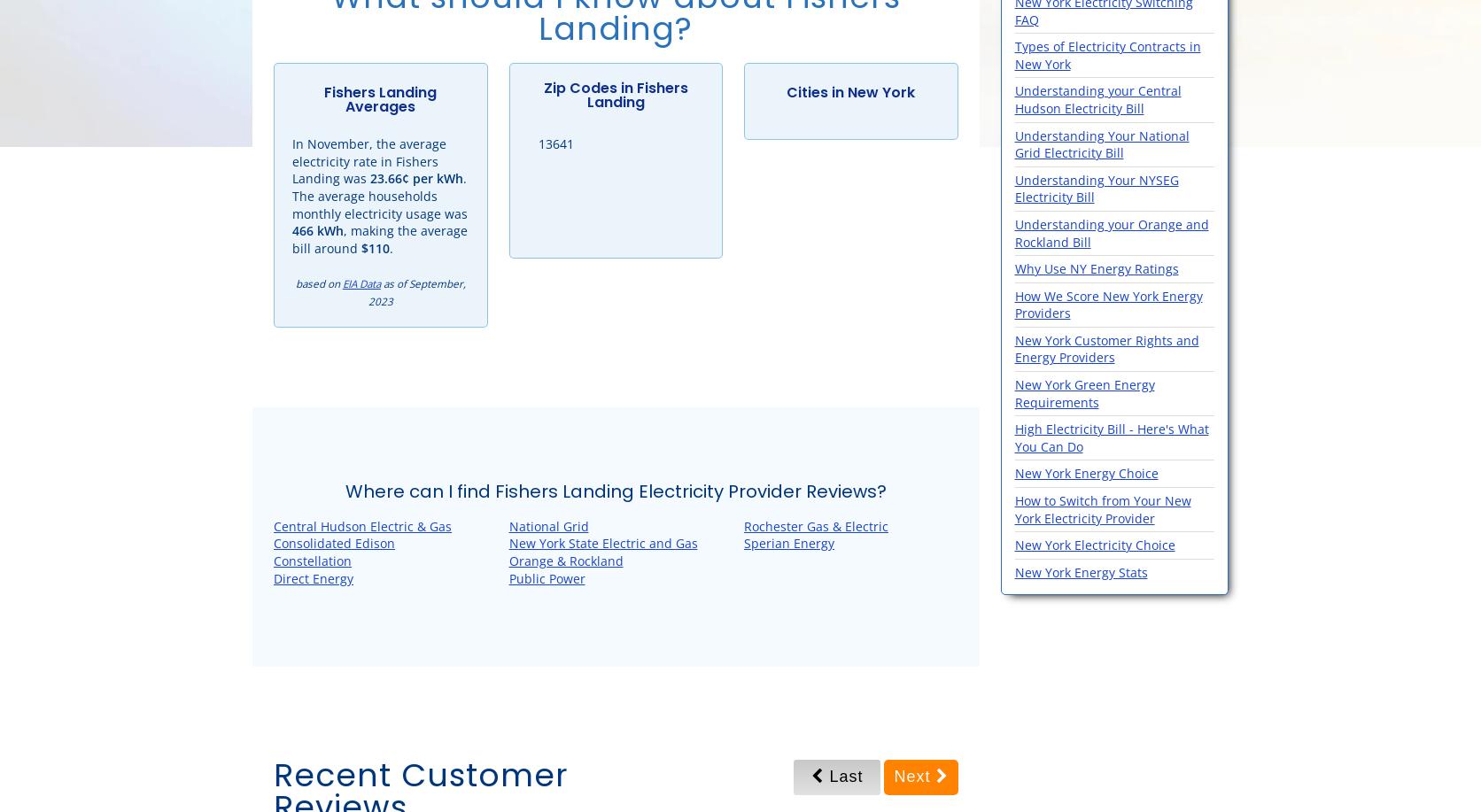  Describe the element at coordinates (602, 542) in the screenshot. I see `'New York State Electric and Gas'` at that location.